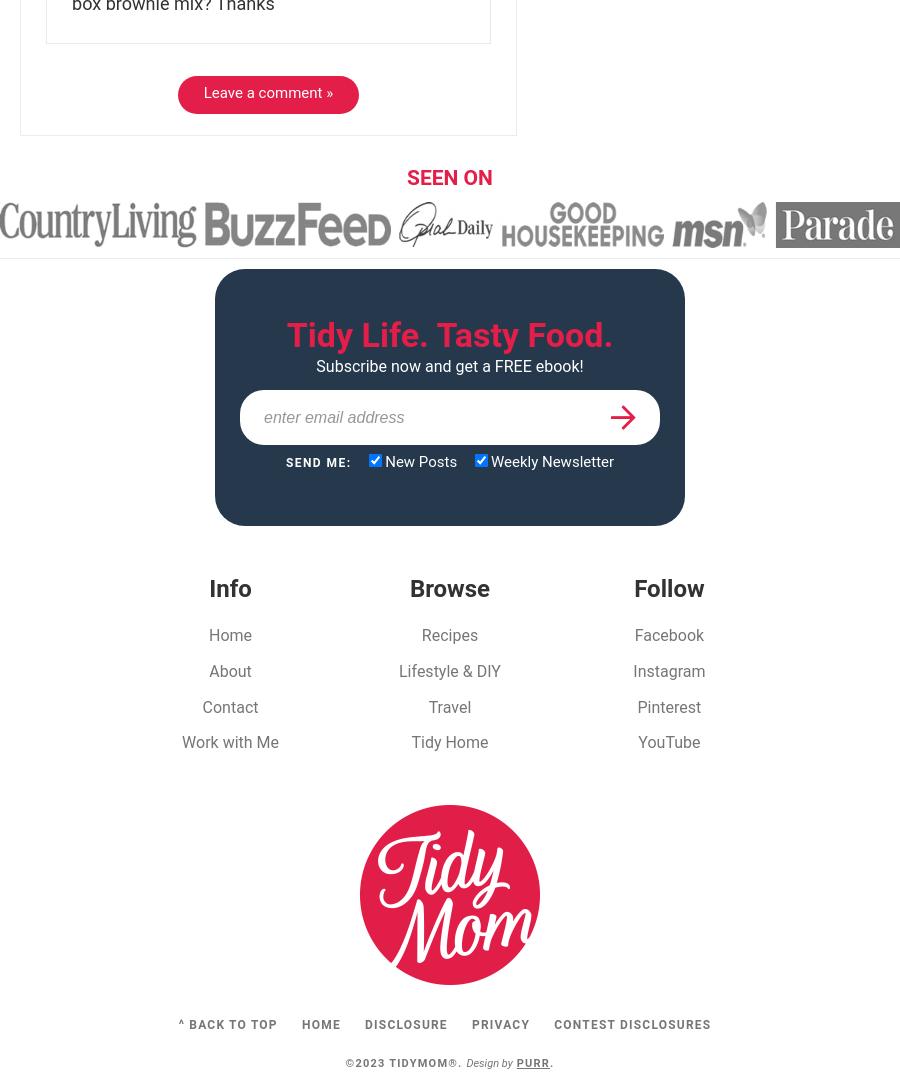 The height and width of the screenshot is (1072, 900). What do you see at coordinates (208, 670) in the screenshot?
I see `'About'` at bounding box center [208, 670].